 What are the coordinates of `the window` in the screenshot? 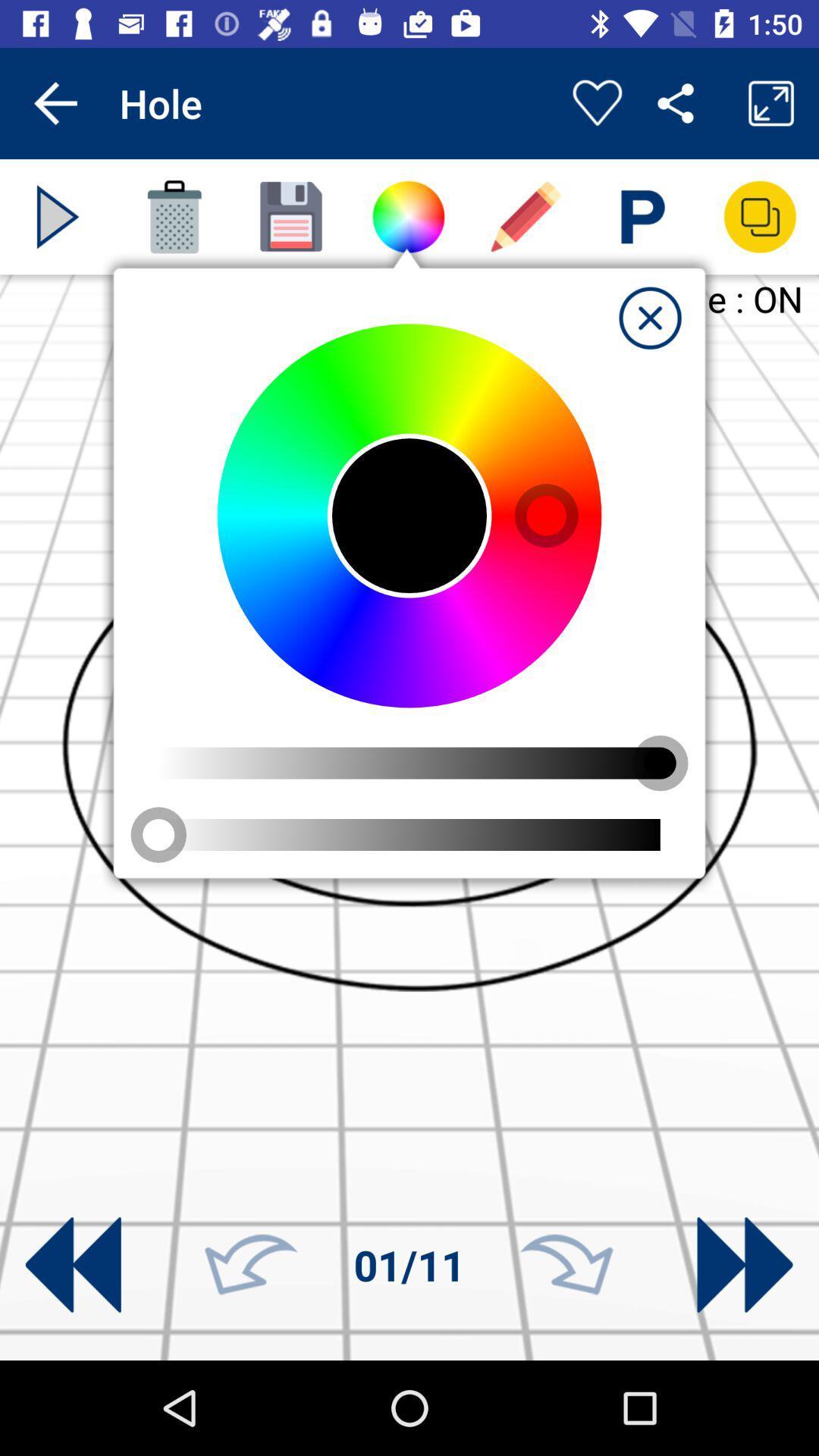 It's located at (649, 317).